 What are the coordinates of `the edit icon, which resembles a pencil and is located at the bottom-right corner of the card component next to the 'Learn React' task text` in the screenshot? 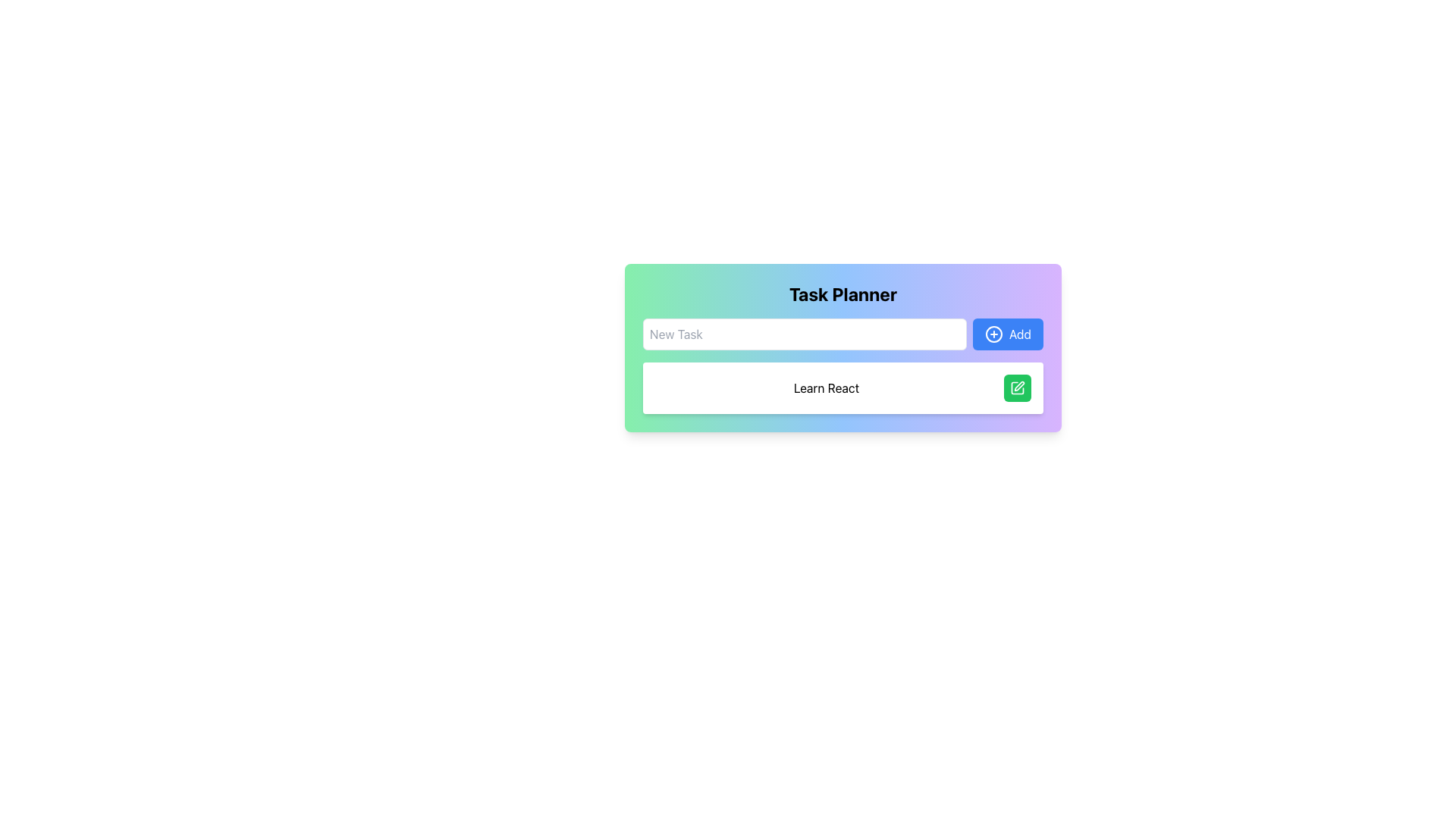 It's located at (1018, 388).